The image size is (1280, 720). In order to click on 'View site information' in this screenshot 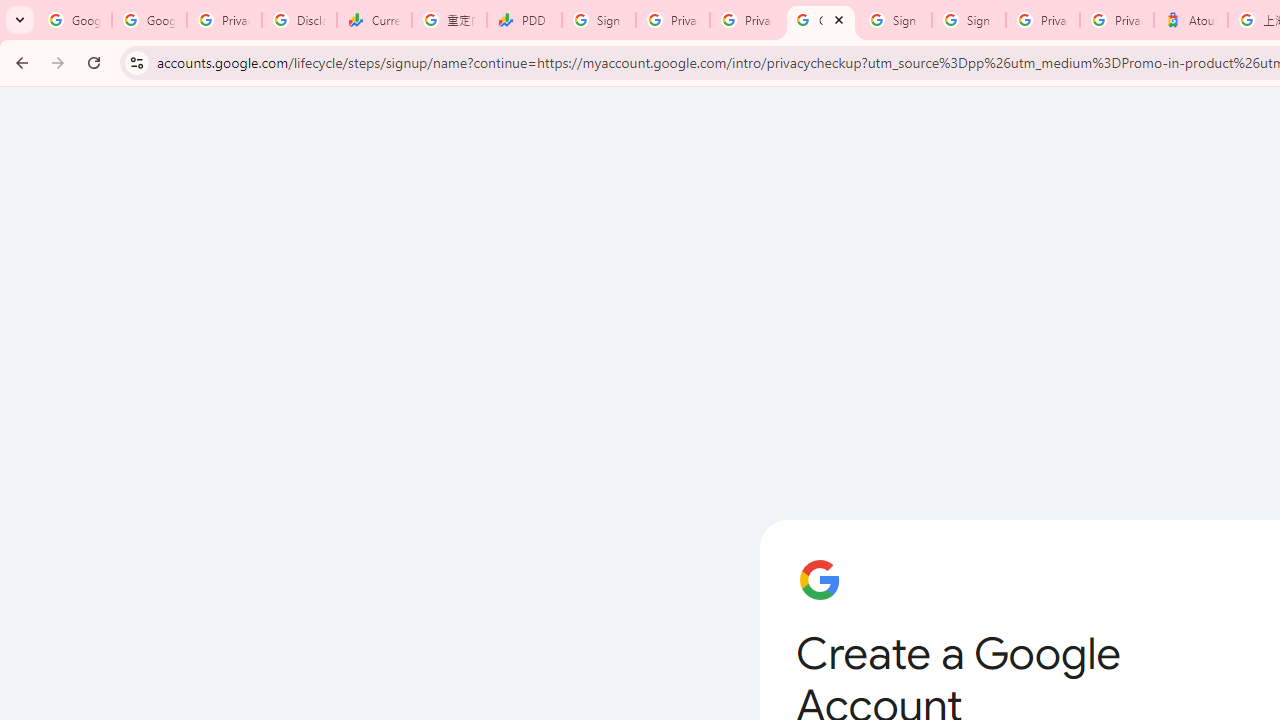, I will do `click(135, 61)`.